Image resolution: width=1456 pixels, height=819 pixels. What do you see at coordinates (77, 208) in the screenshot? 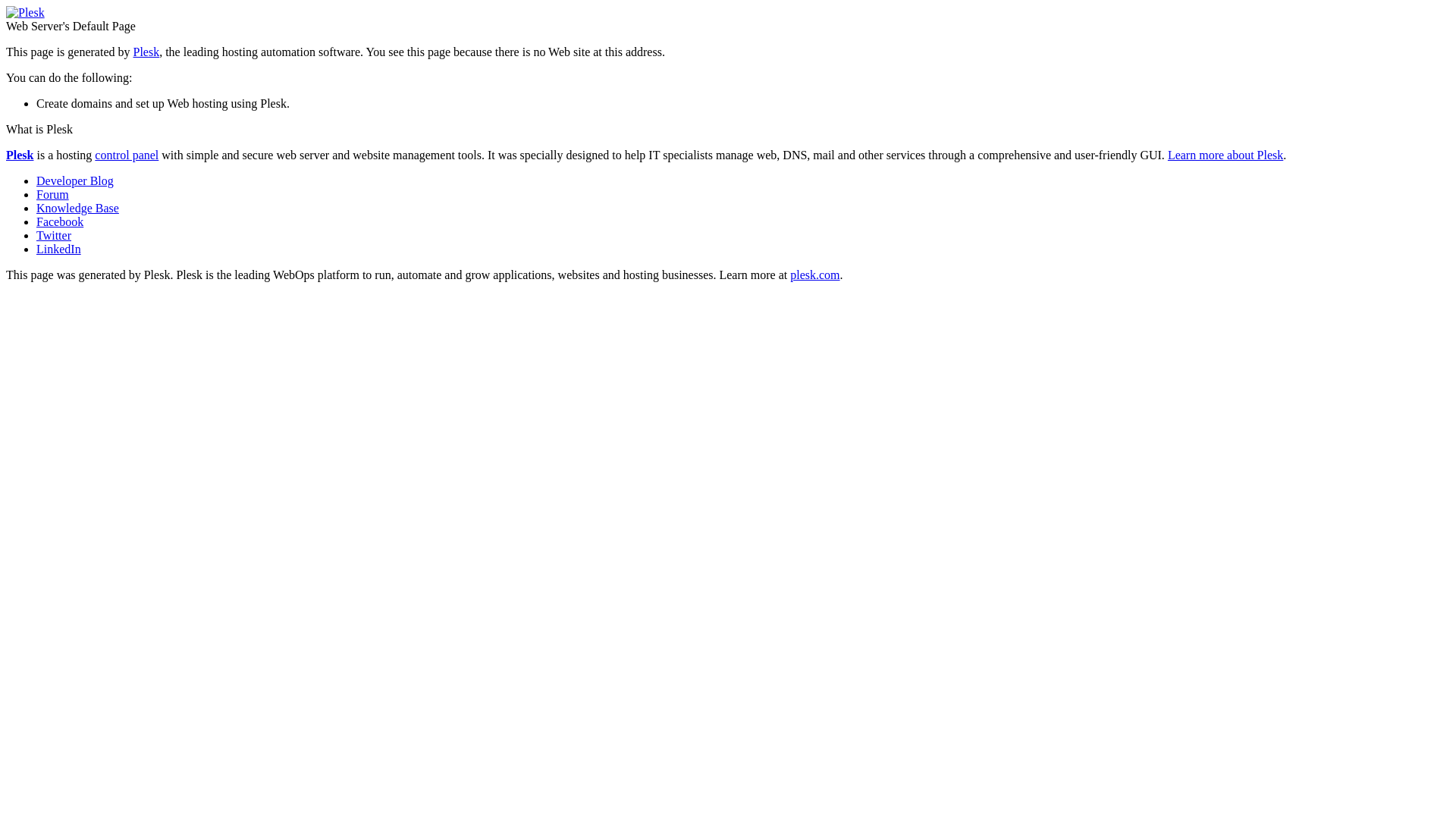
I see `'Knowledge Base'` at bounding box center [77, 208].